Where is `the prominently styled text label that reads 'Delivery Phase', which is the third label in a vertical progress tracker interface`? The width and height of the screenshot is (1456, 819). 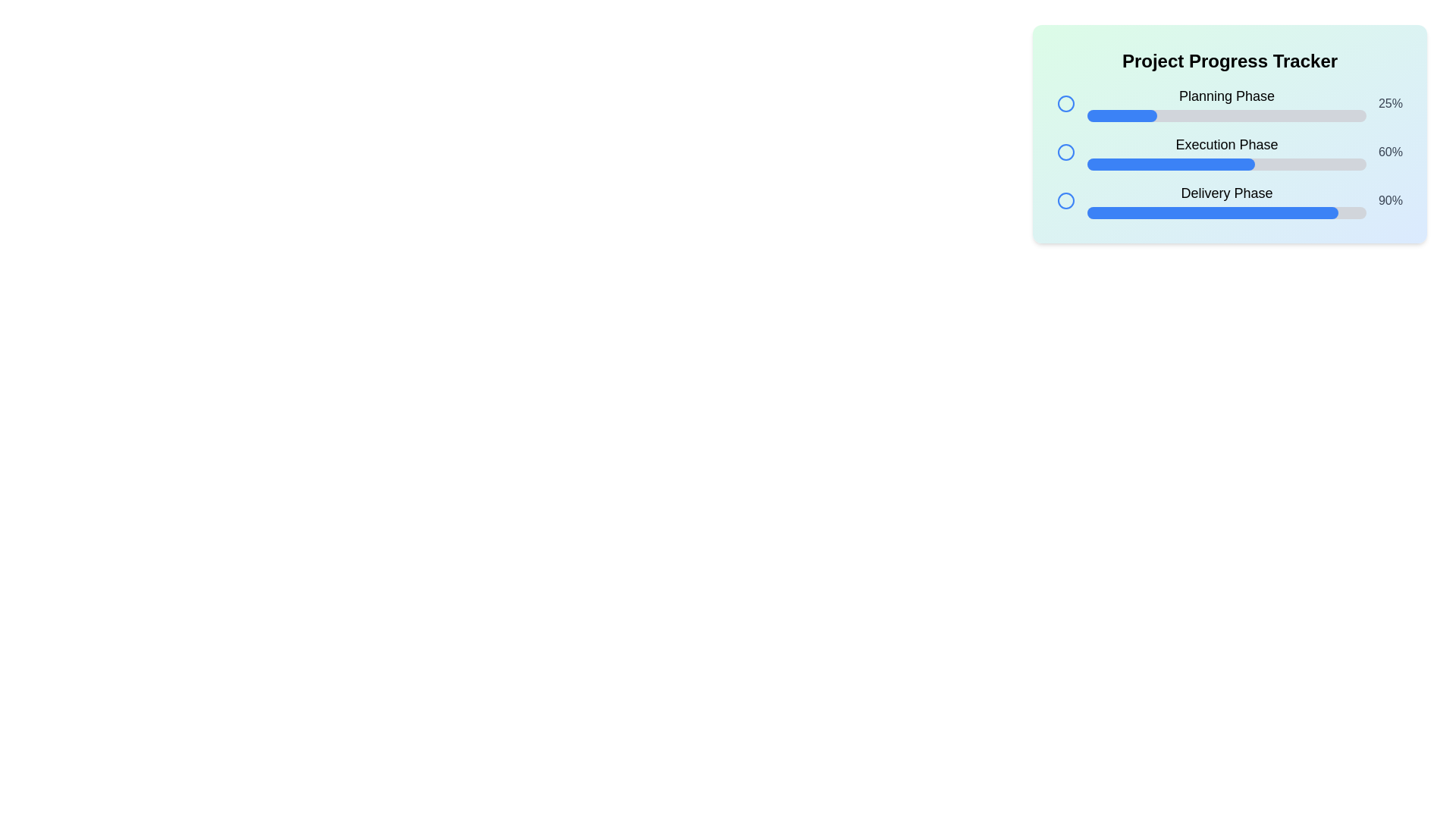
the prominently styled text label that reads 'Delivery Phase', which is the third label in a vertical progress tracker interface is located at coordinates (1226, 192).